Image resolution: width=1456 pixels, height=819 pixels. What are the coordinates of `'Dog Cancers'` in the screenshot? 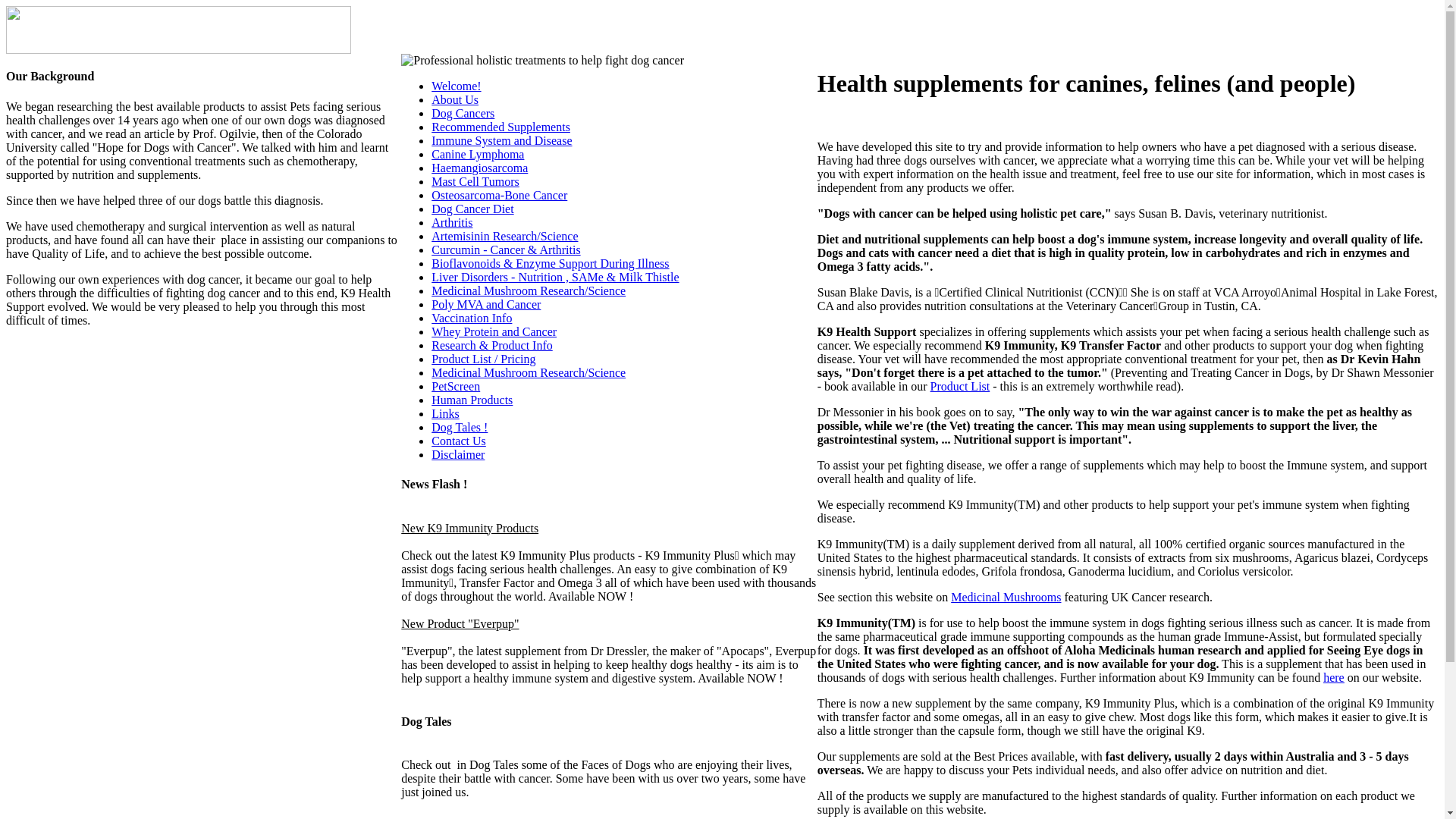 It's located at (431, 112).